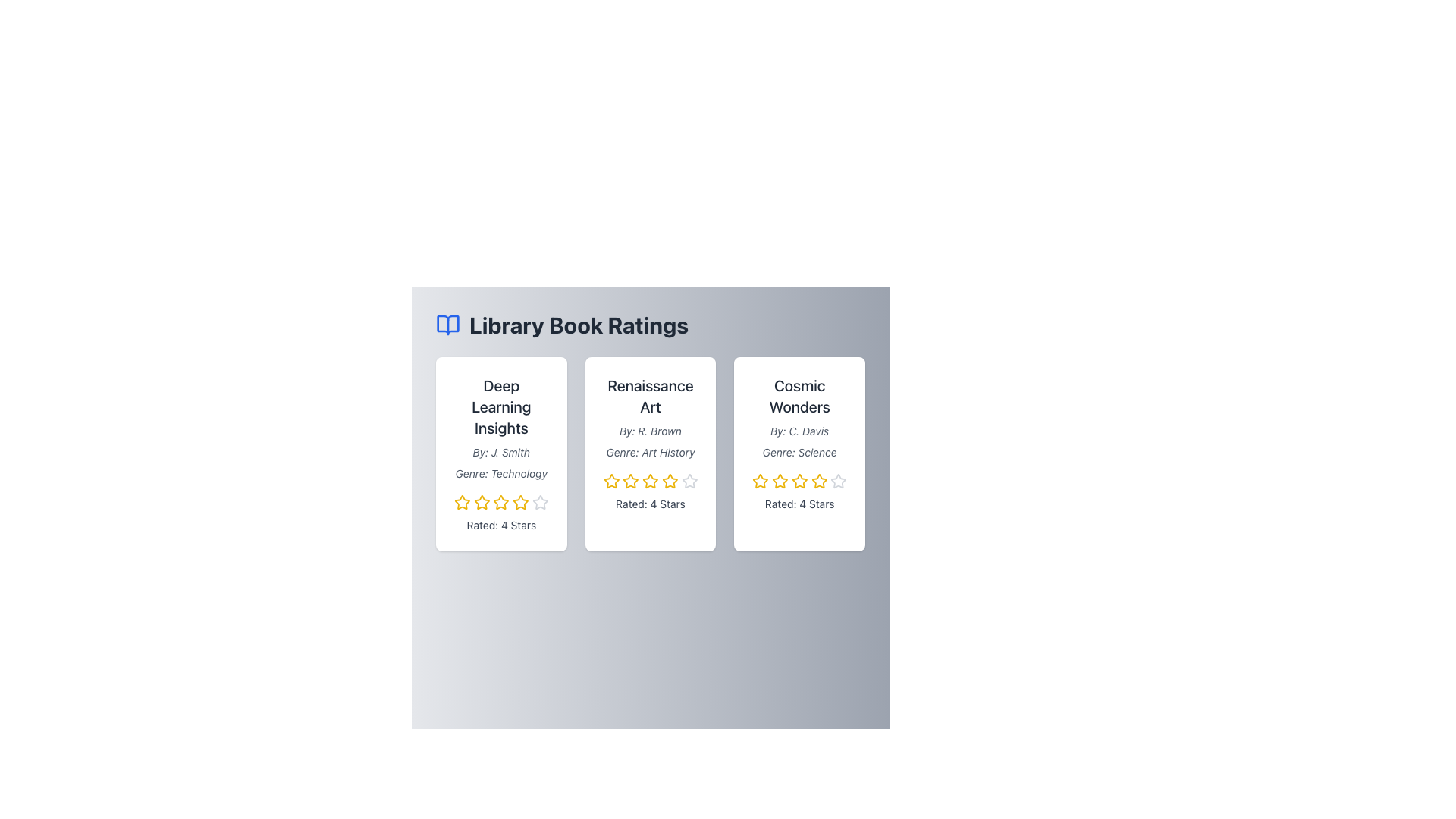 The width and height of the screenshot is (1456, 819). I want to click on the third star icon in the five-star rating system under the 'Deep Learning Insights' section to rate 3 stars, so click(501, 502).